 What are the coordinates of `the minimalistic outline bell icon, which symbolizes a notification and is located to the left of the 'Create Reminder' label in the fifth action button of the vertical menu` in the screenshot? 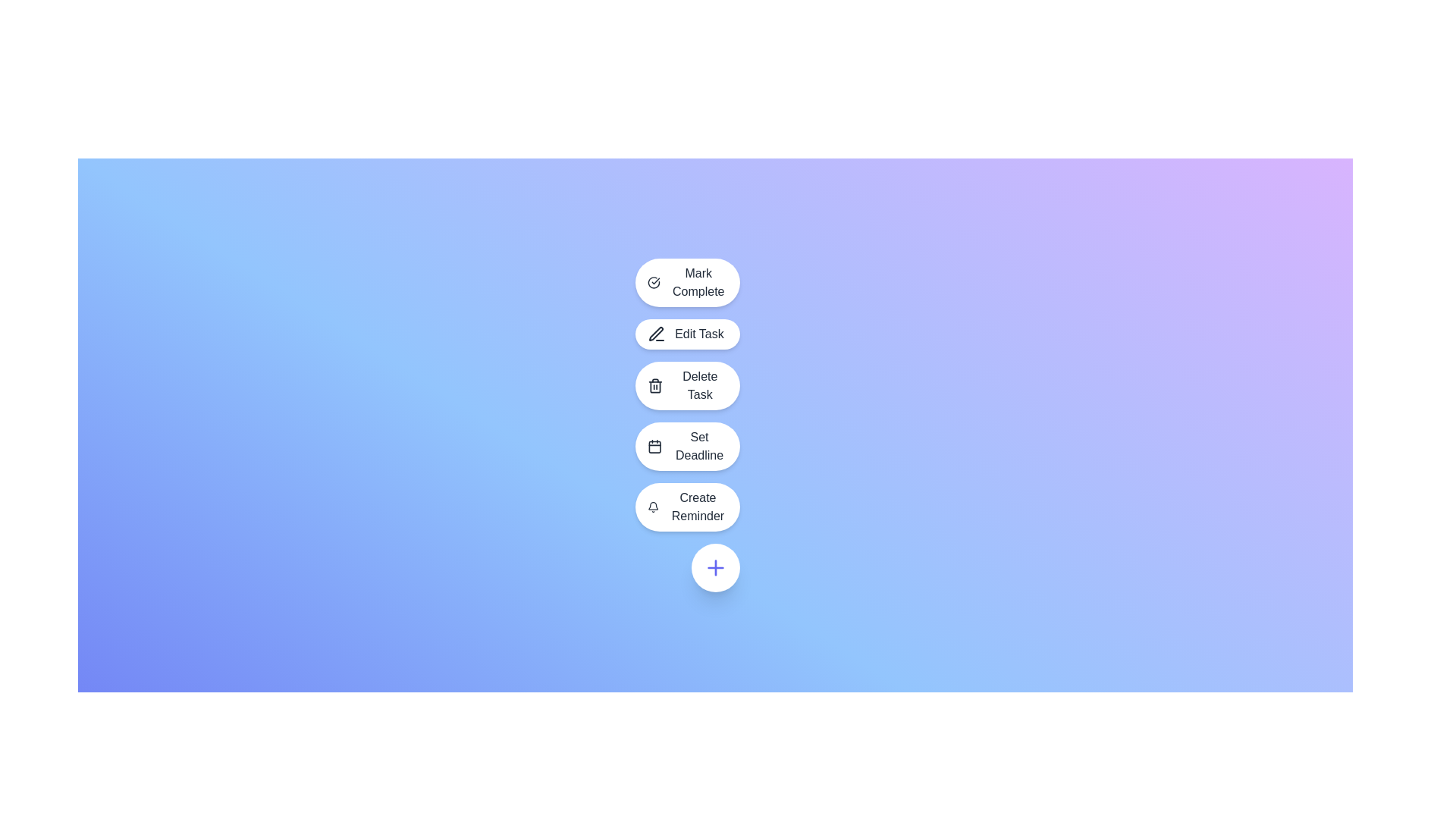 It's located at (653, 507).